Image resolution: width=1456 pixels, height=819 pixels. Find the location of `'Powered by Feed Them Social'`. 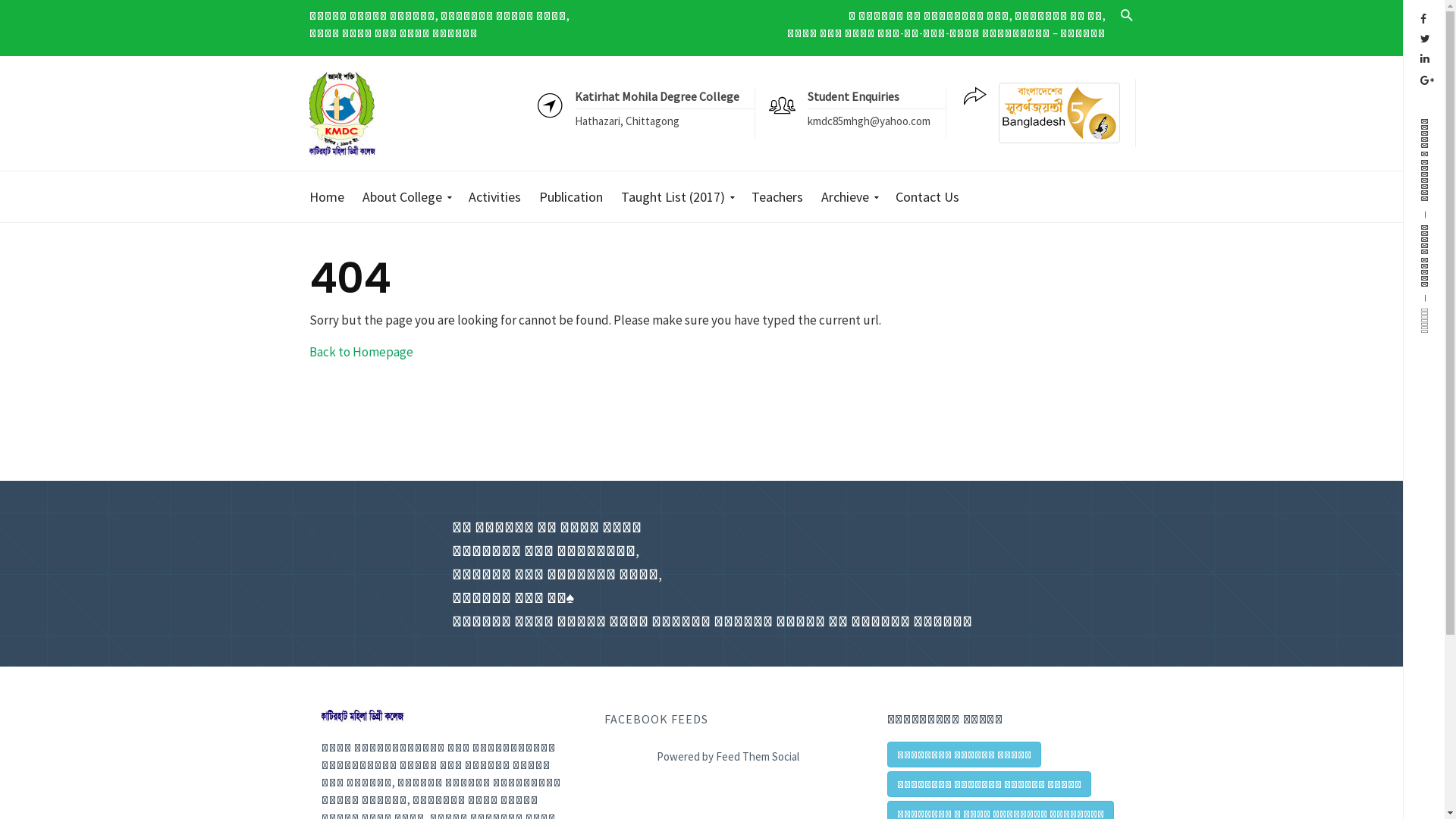

'Powered by Feed Them Social' is located at coordinates (603, 753).